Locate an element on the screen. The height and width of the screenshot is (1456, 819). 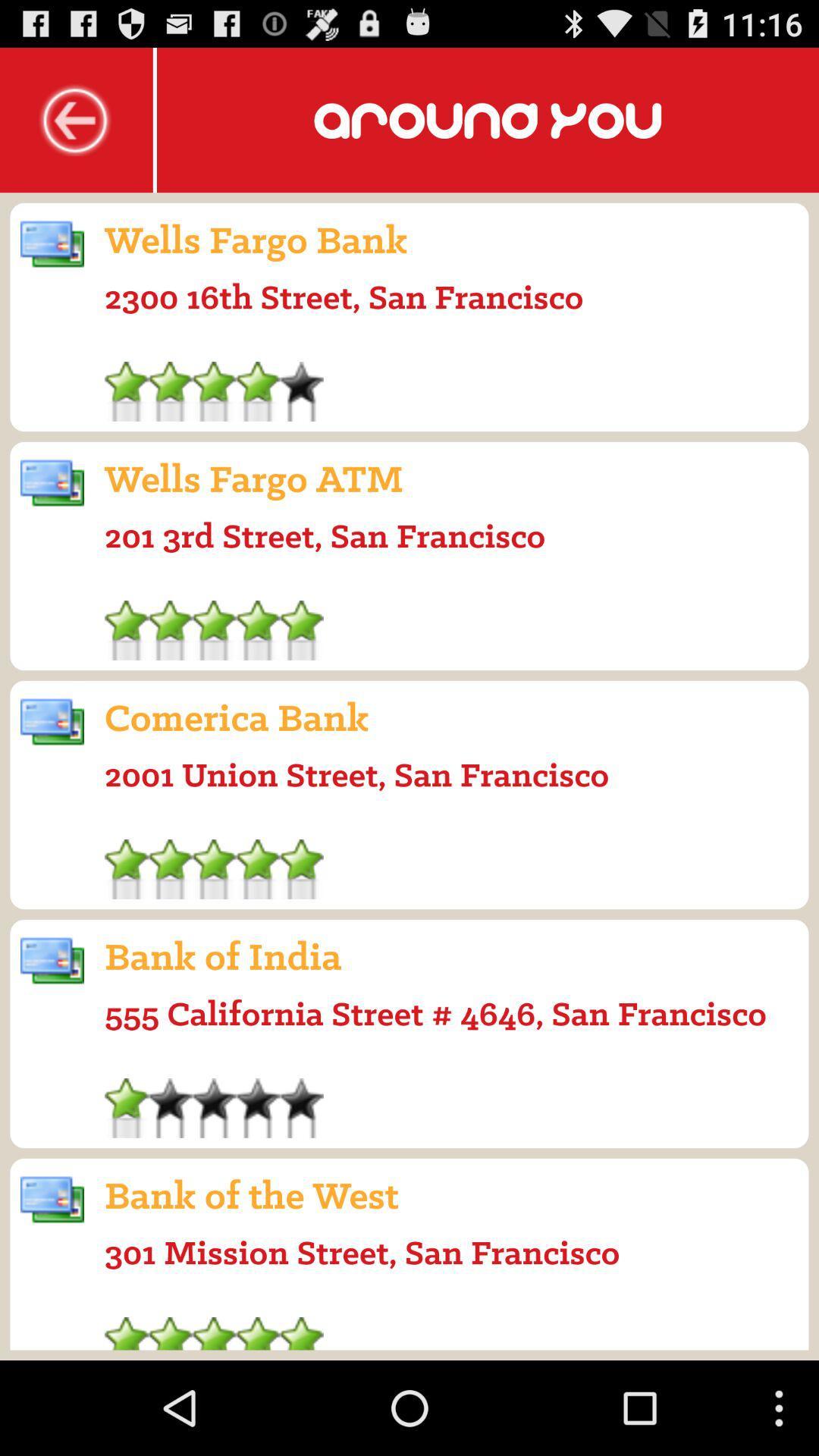
555 california street item is located at coordinates (435, 1013).